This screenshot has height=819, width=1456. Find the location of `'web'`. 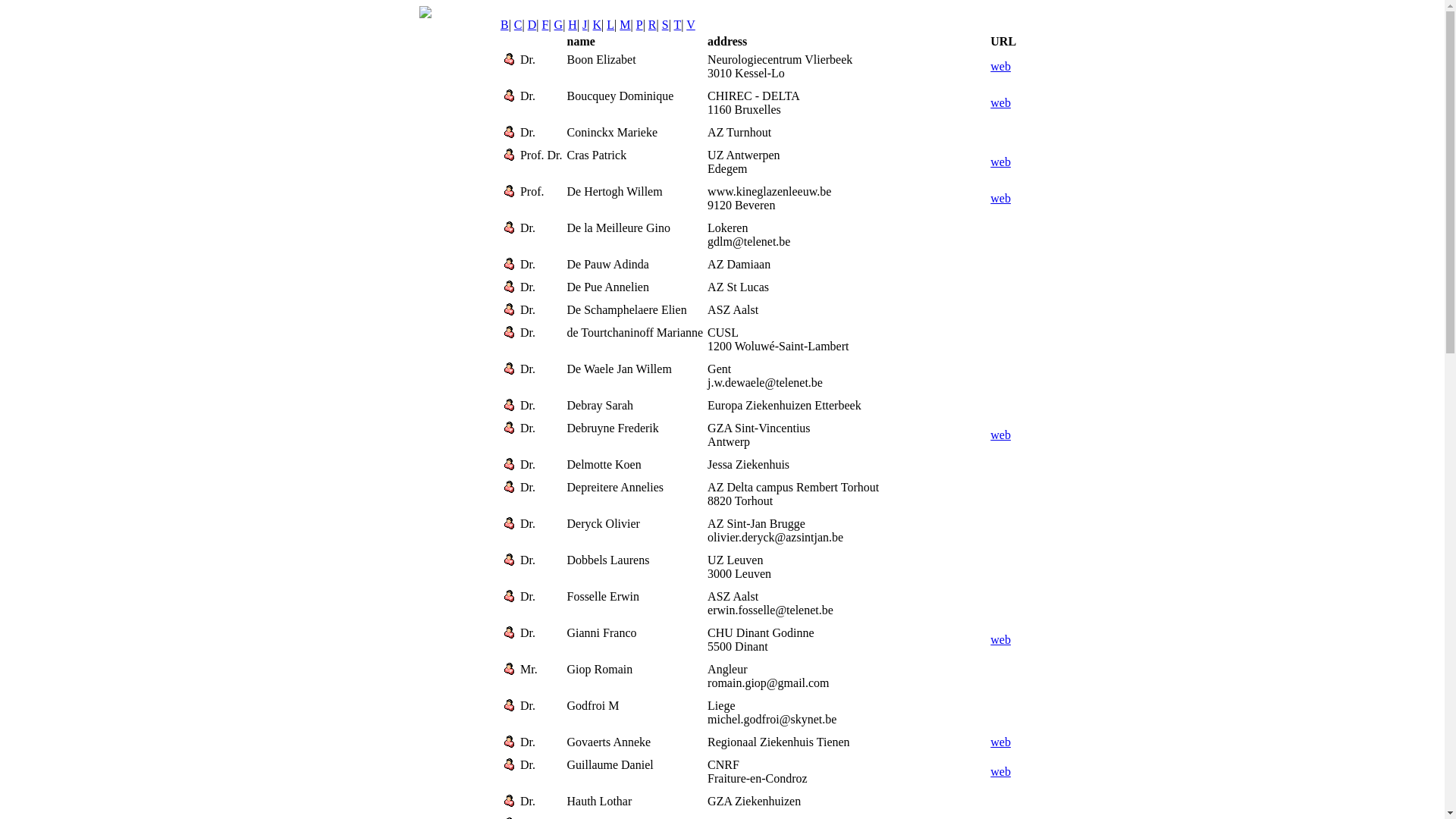

'web' is located at coordinates (990, 65).